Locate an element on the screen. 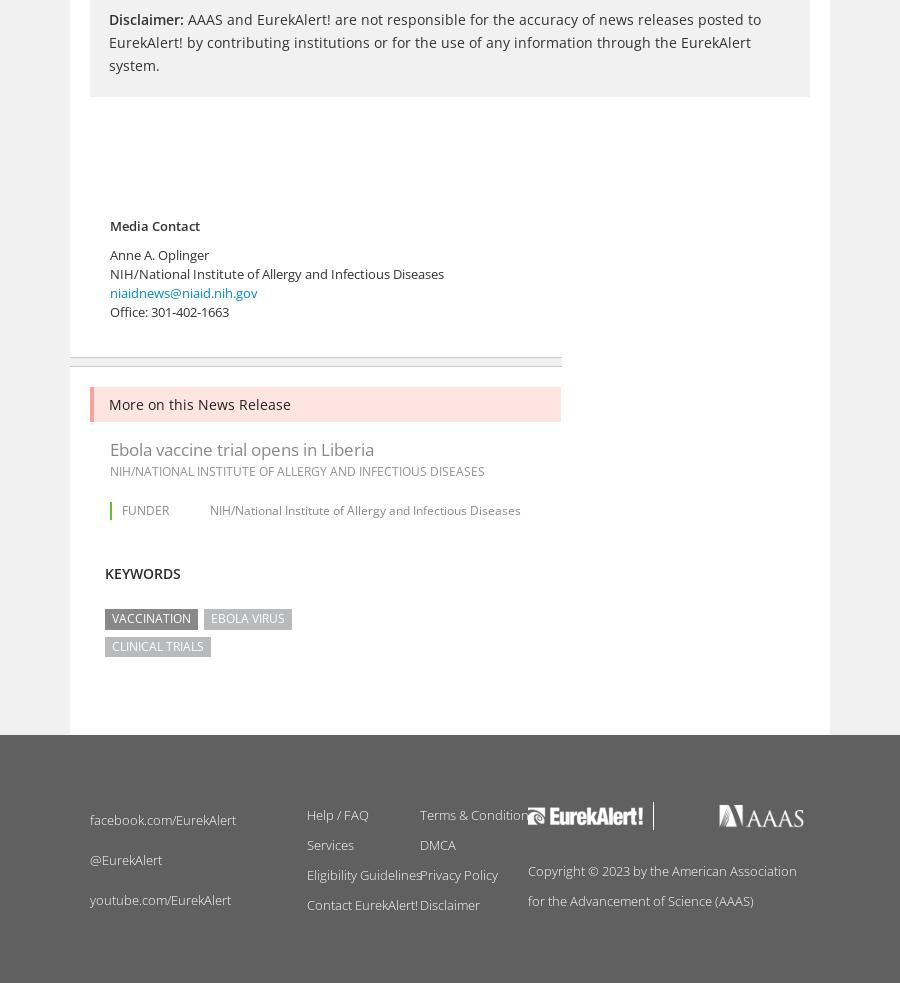 The height and width of the screenshot is (983, 900). 'Media Contact' is located at coordinates (108, 225).